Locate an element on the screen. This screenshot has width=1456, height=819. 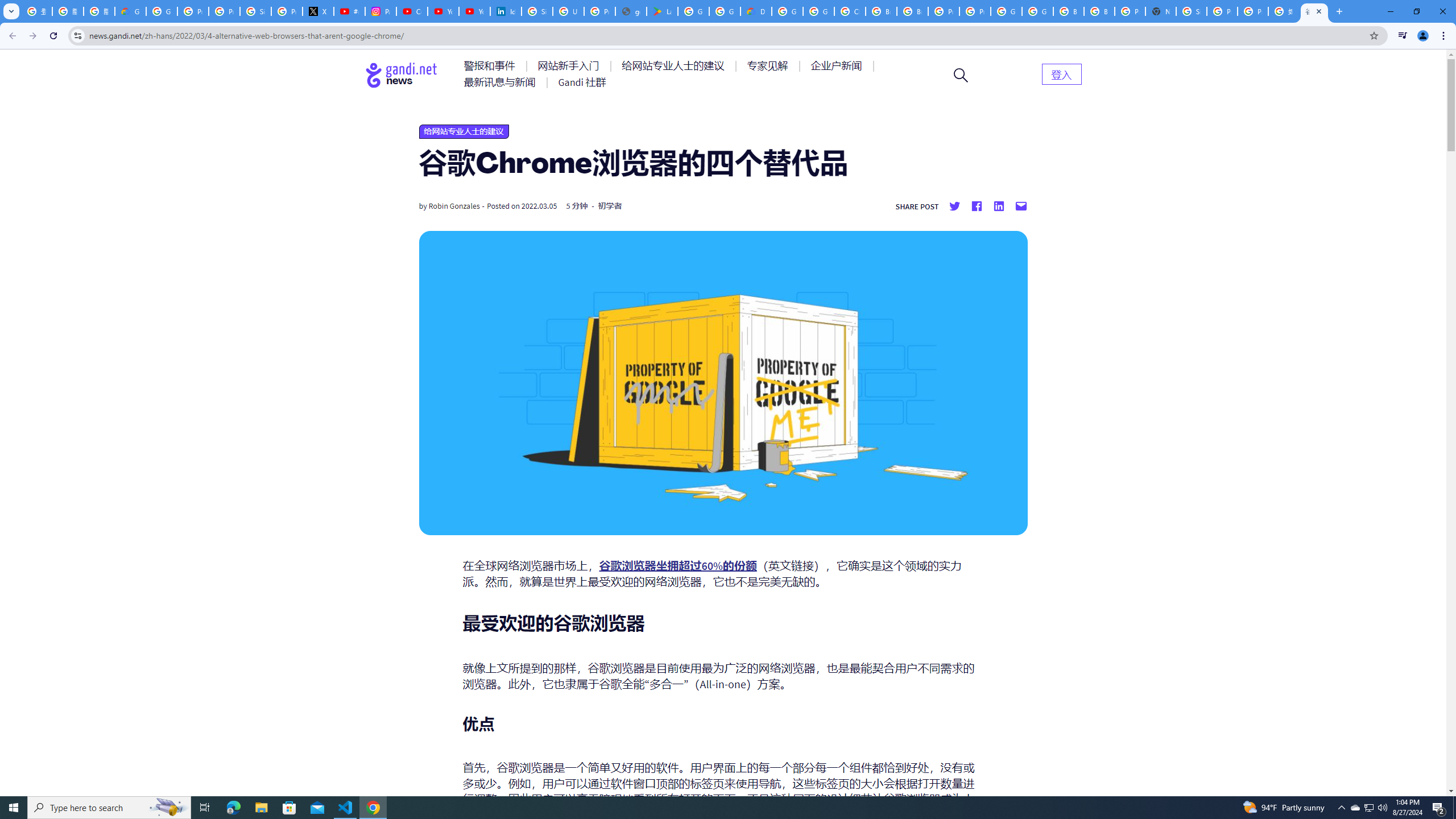
'AutomationID: menu-item-77765' is located at coordinates (838, 65).